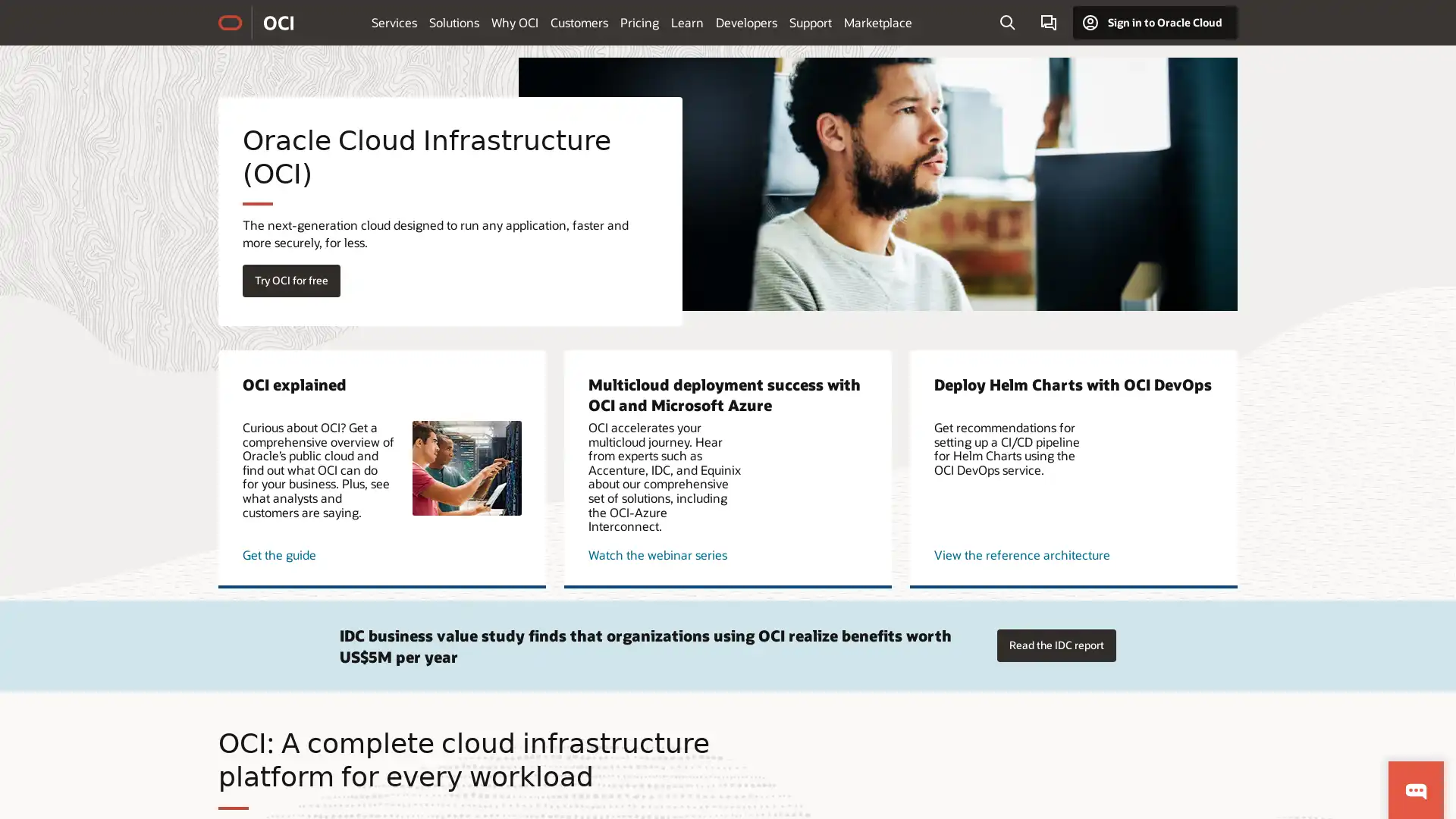 The image size is (1456, 819). Describe the element at coordinates (514, 22) in the screenshot. I see `Why OCI` at that location.